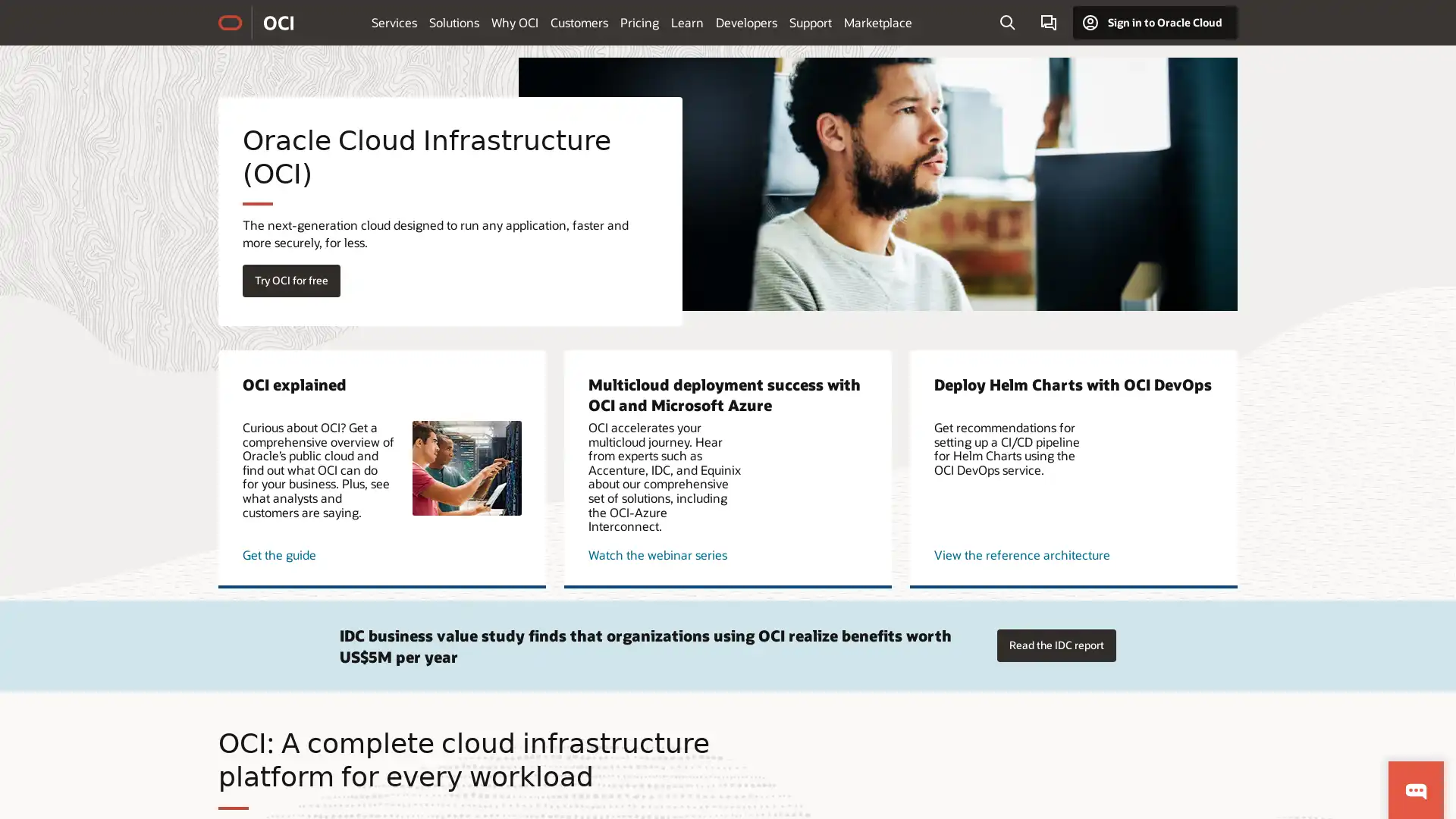 The image size is (1456, 819). Describe the element at coordinates (514, 22) in the screenshot. I see `Why OCI` at that location.